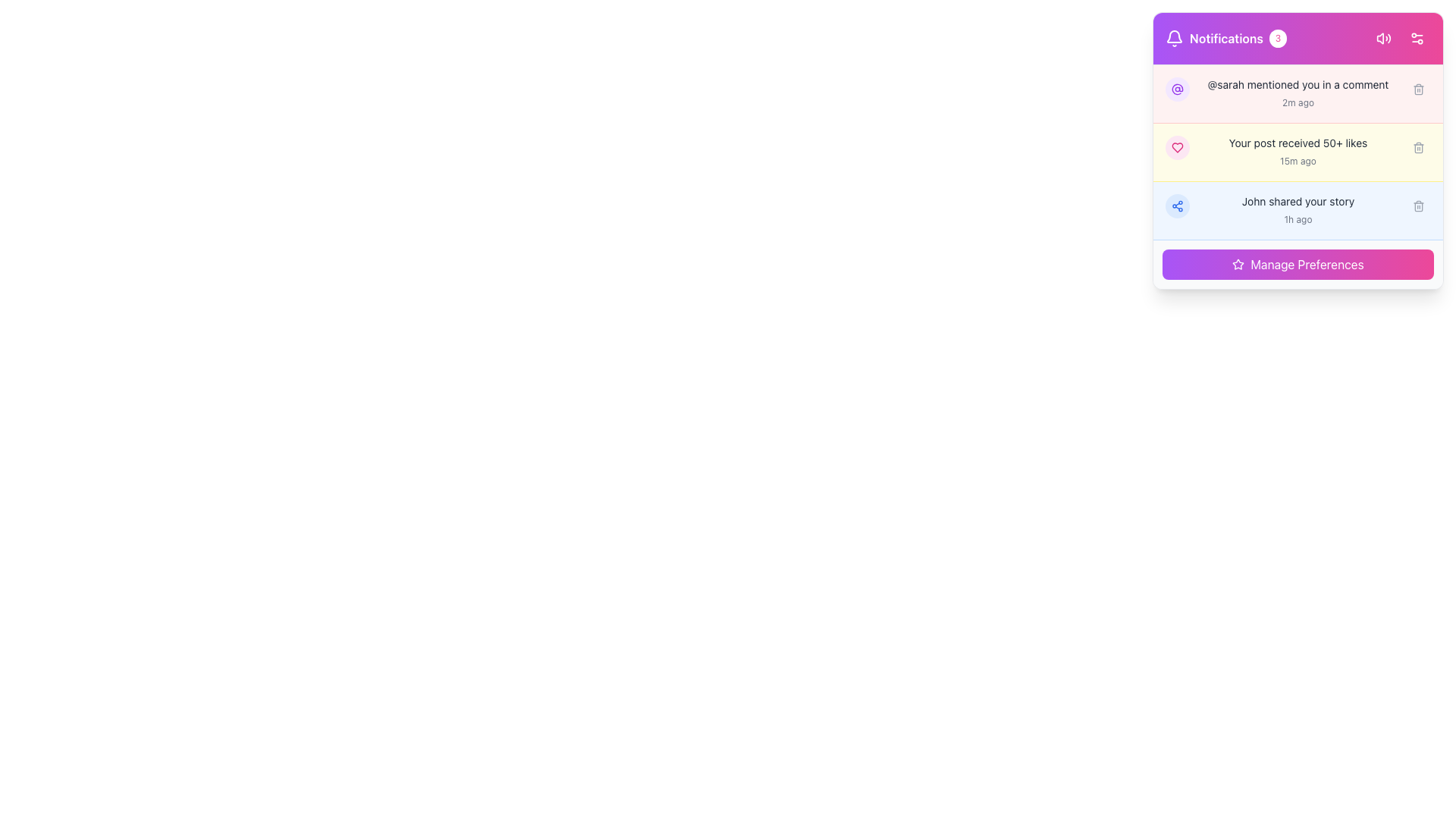 Image resolution: width=1456 pixels, height=819 pixels. Describe the element at coordinates (1416, 37) in the screenshot. I see `the settings icon, which is a white-stroked SVG gear icon located within the rounded pink button labeled 'Notification settings' at the top-right corner of the notification panel` at that location.